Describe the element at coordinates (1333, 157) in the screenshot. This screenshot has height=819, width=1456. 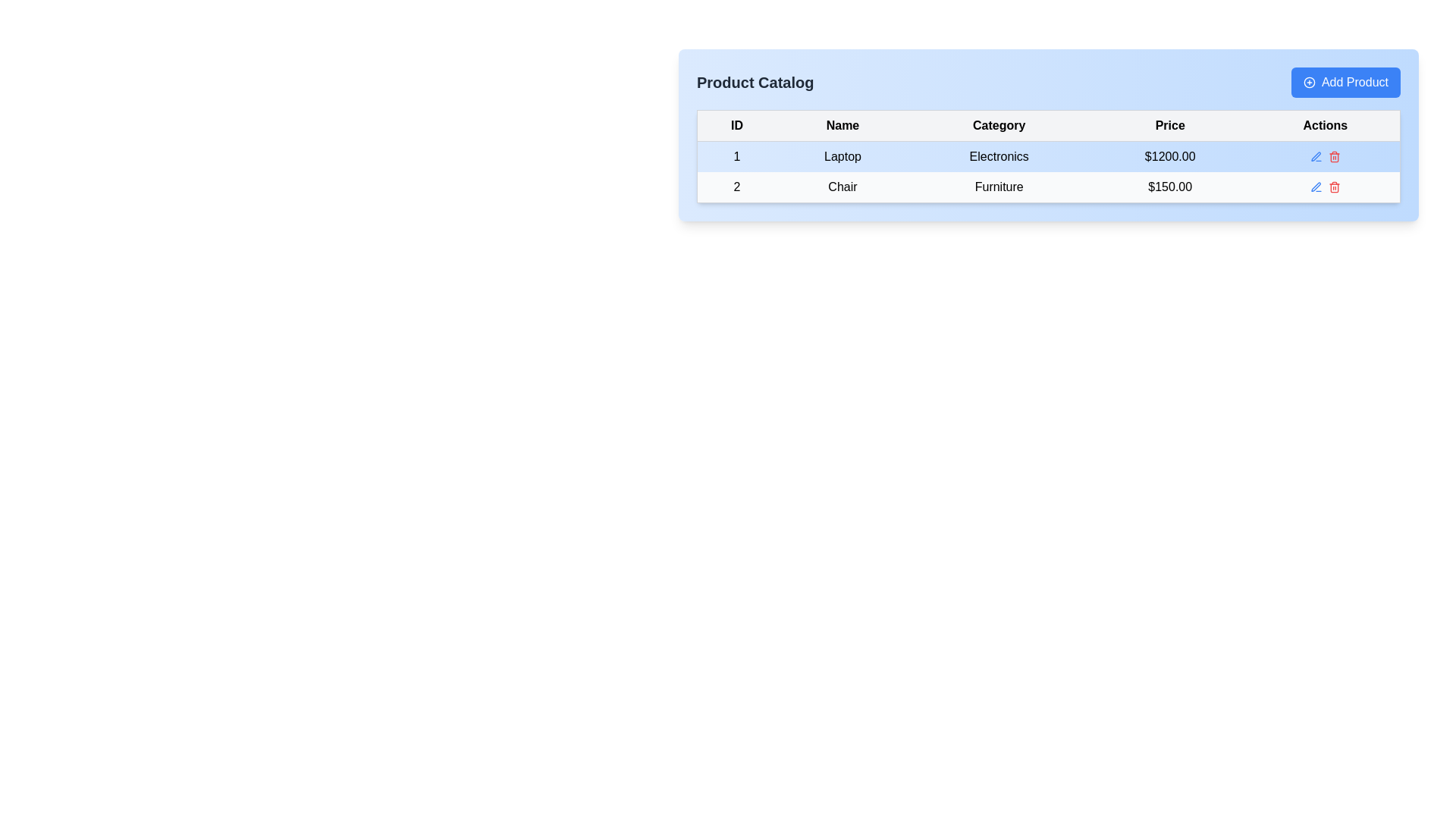
I see `keyboard navigation` at that location.